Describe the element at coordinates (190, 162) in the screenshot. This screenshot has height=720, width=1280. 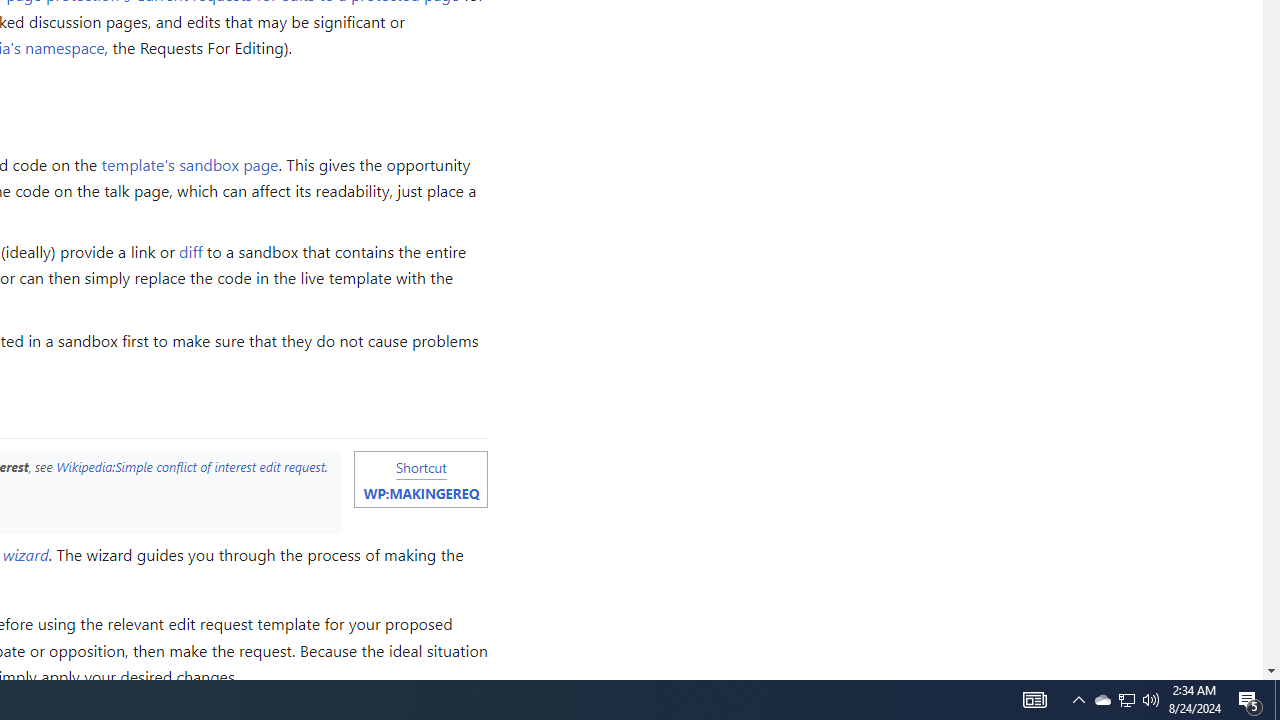
I see `'template'` at that location.